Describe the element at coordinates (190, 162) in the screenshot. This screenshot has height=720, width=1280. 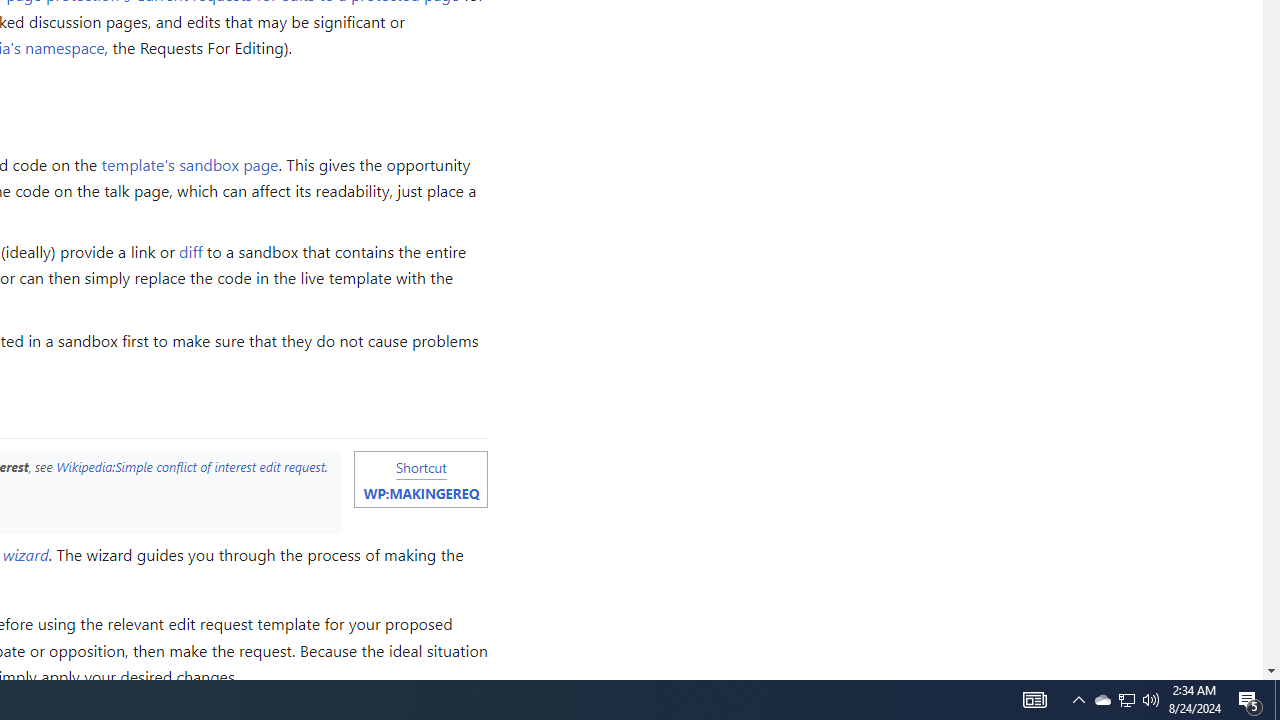
I see `'template'` at that location.